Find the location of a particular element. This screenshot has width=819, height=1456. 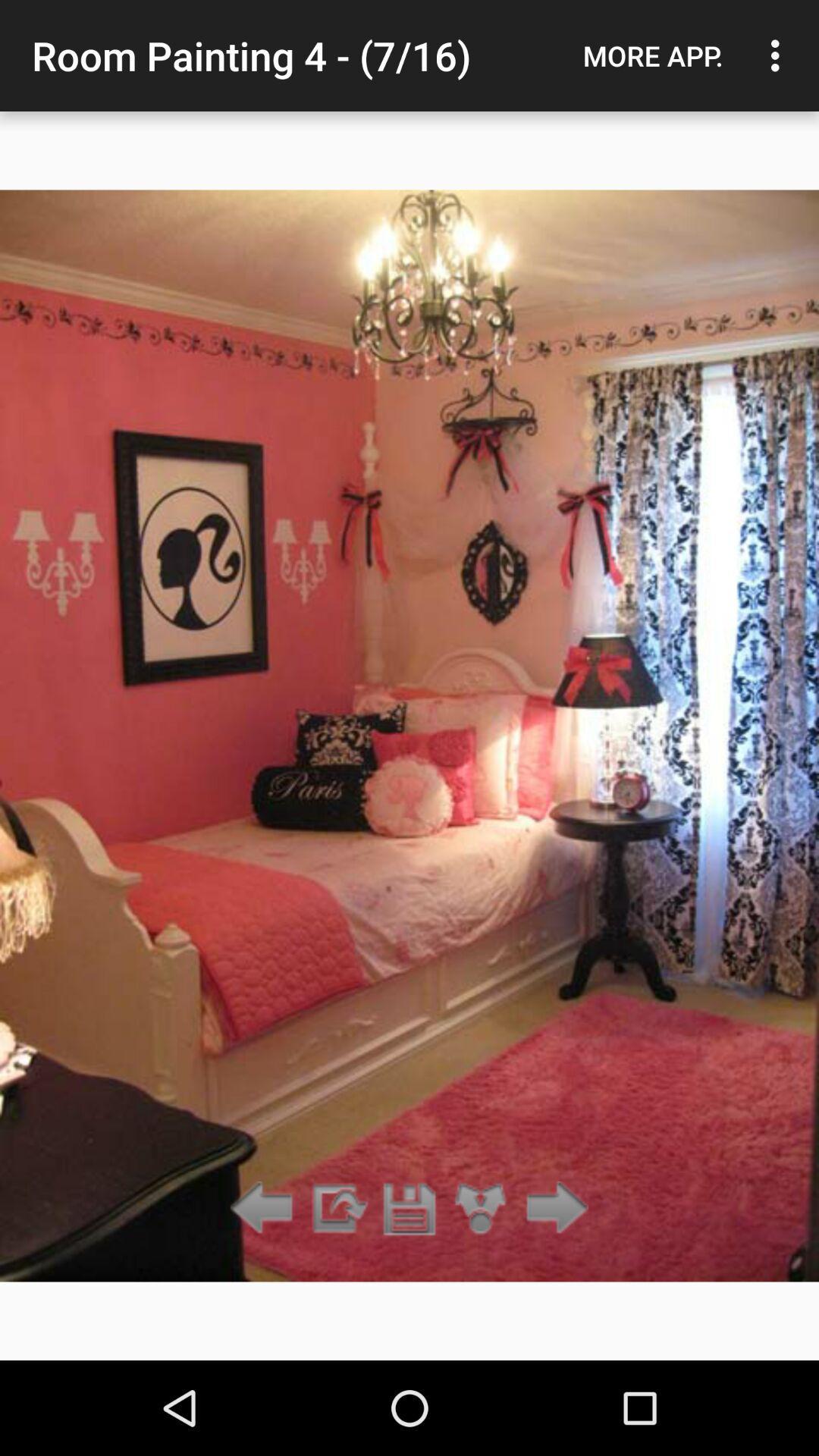

forward is located at coordinates (553, 1208).